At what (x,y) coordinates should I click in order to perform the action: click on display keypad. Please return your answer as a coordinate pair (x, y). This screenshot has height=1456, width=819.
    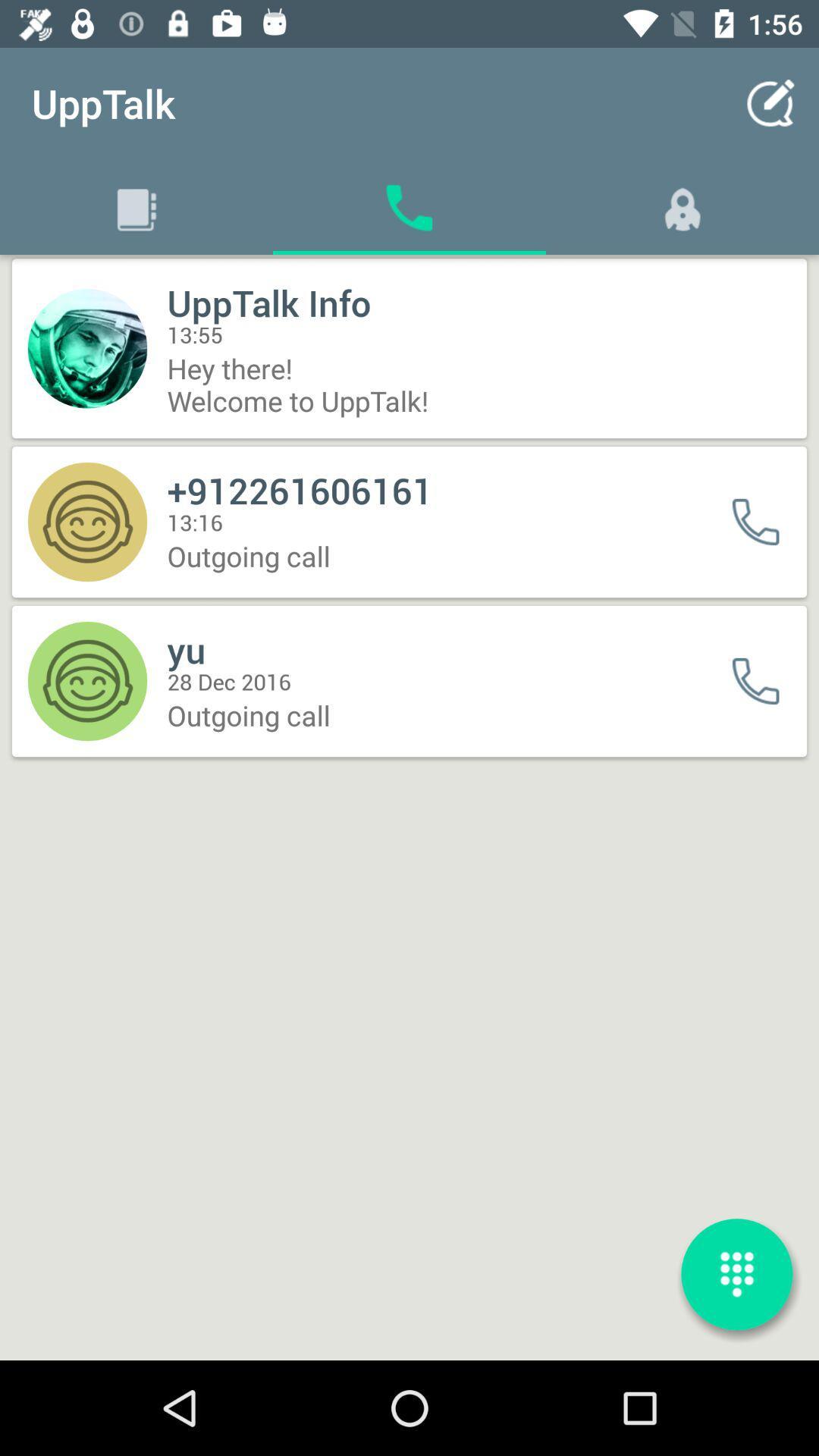
    Looking at the image, I should click on (736, 1274).